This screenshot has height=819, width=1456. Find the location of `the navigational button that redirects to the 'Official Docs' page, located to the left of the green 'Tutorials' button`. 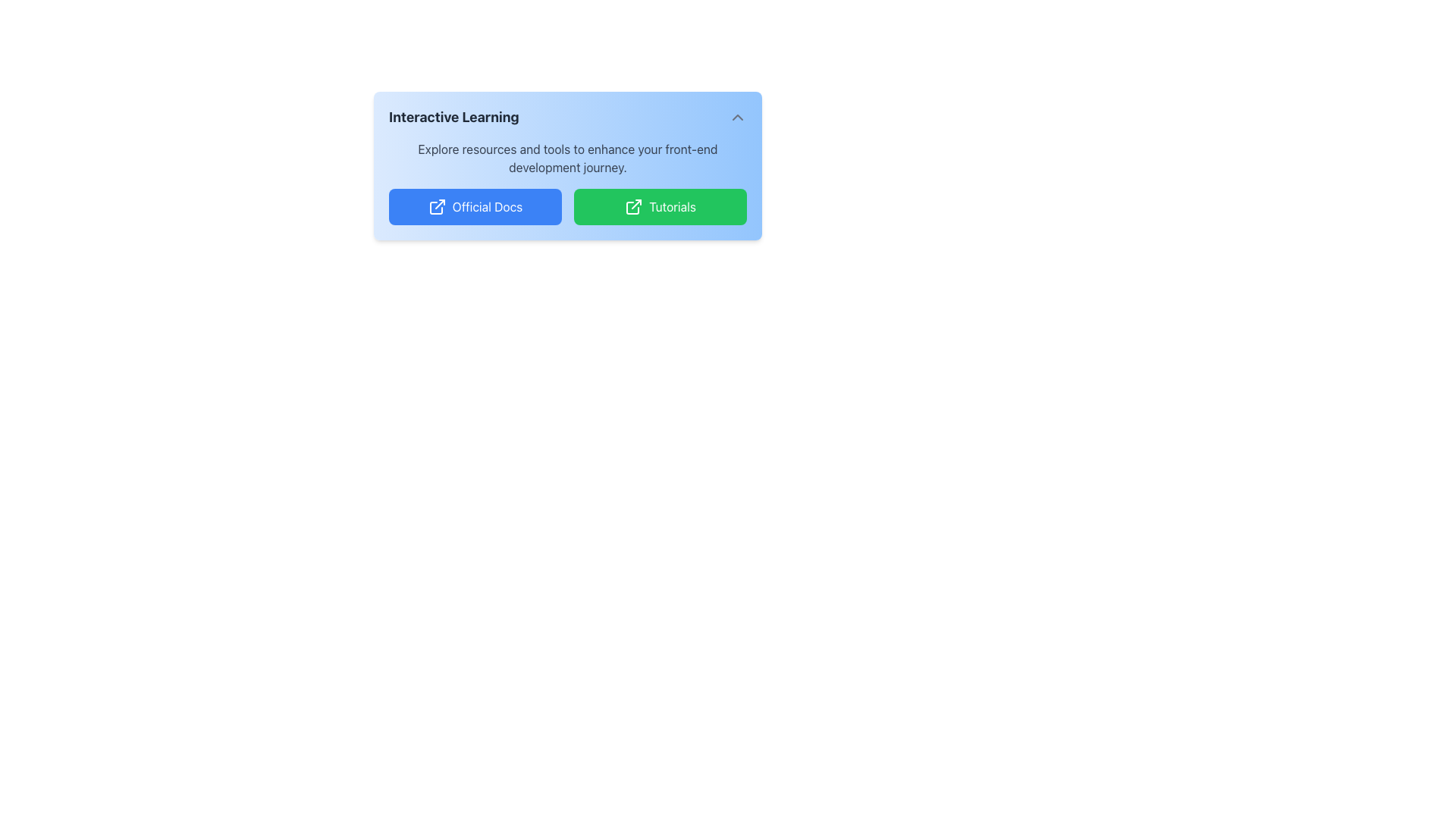

the navigational button that redirects to the 'Official Docs' page, located to the left of the green 'Tutorials' button is located at coordinates (475, 207).